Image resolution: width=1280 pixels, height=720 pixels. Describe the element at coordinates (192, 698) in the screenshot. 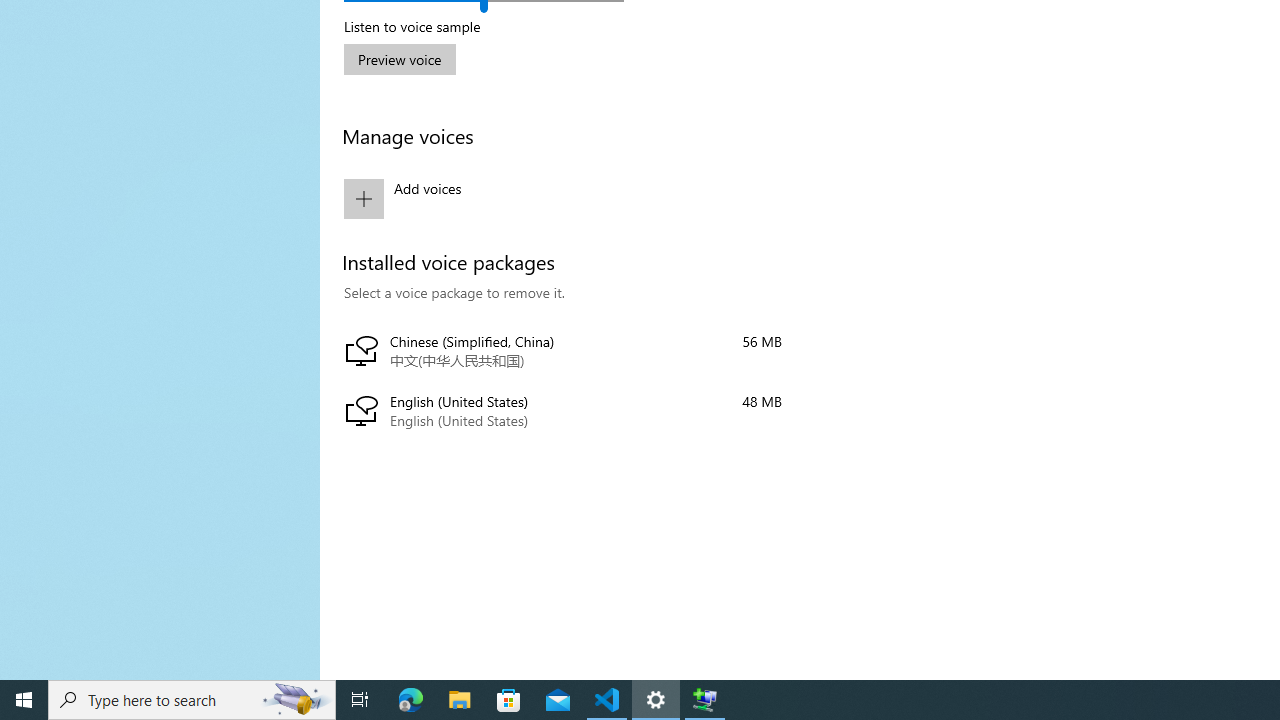

I see `'Type here to search'` at that location.